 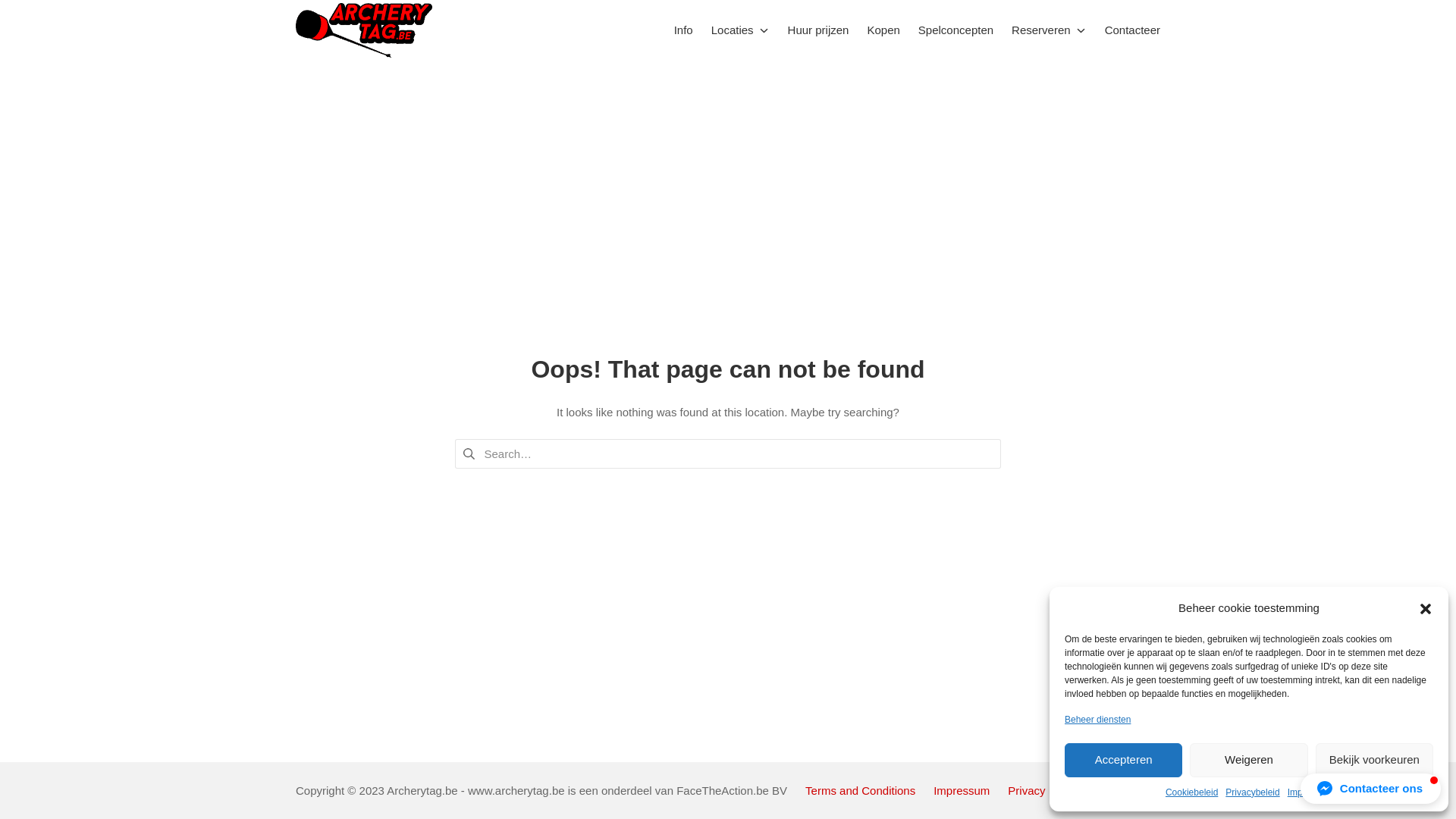 I want to click on 'Privacy Policy', so click(x=1042, y=789).